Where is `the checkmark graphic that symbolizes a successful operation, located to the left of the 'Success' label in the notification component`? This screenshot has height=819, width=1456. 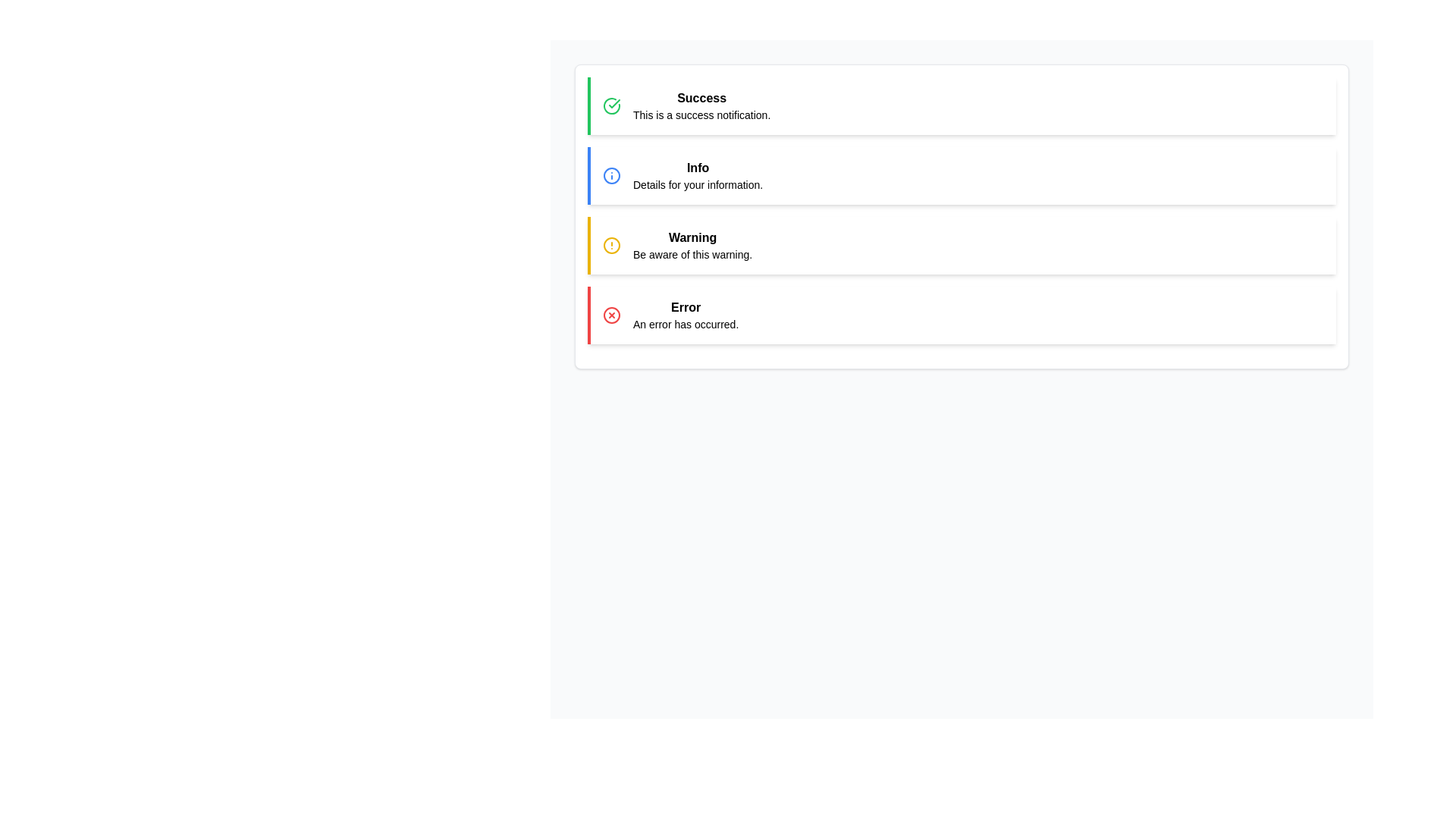 the checkmark graphic that symbolizes a successful operation, located to the left of the 'Success' label in the notification component is located at coordinates (614, 103).